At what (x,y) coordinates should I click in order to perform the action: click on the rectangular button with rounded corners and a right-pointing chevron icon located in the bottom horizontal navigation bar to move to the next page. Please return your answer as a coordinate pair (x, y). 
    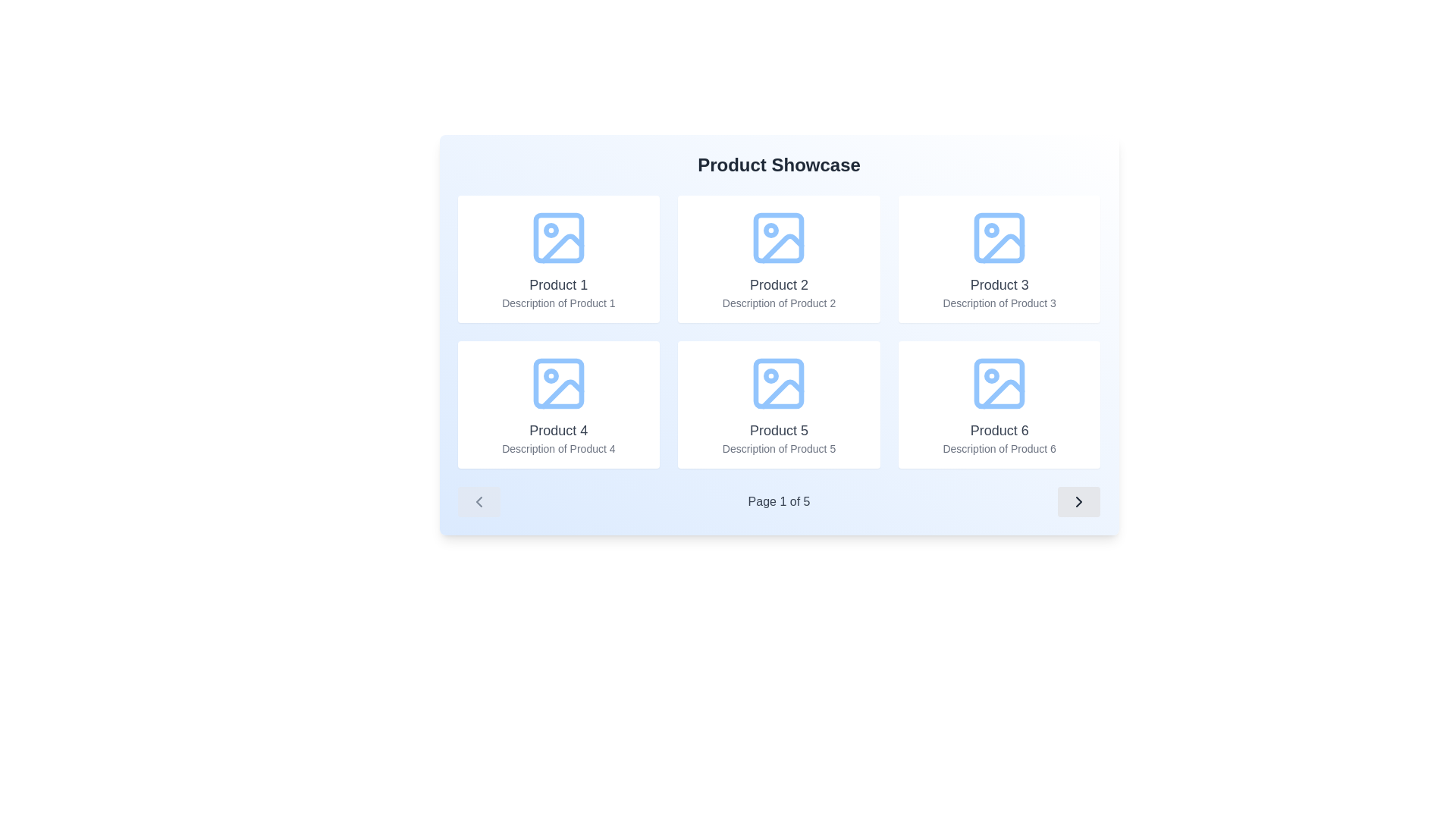
    Looking at the image, I should click on (1078, 502).